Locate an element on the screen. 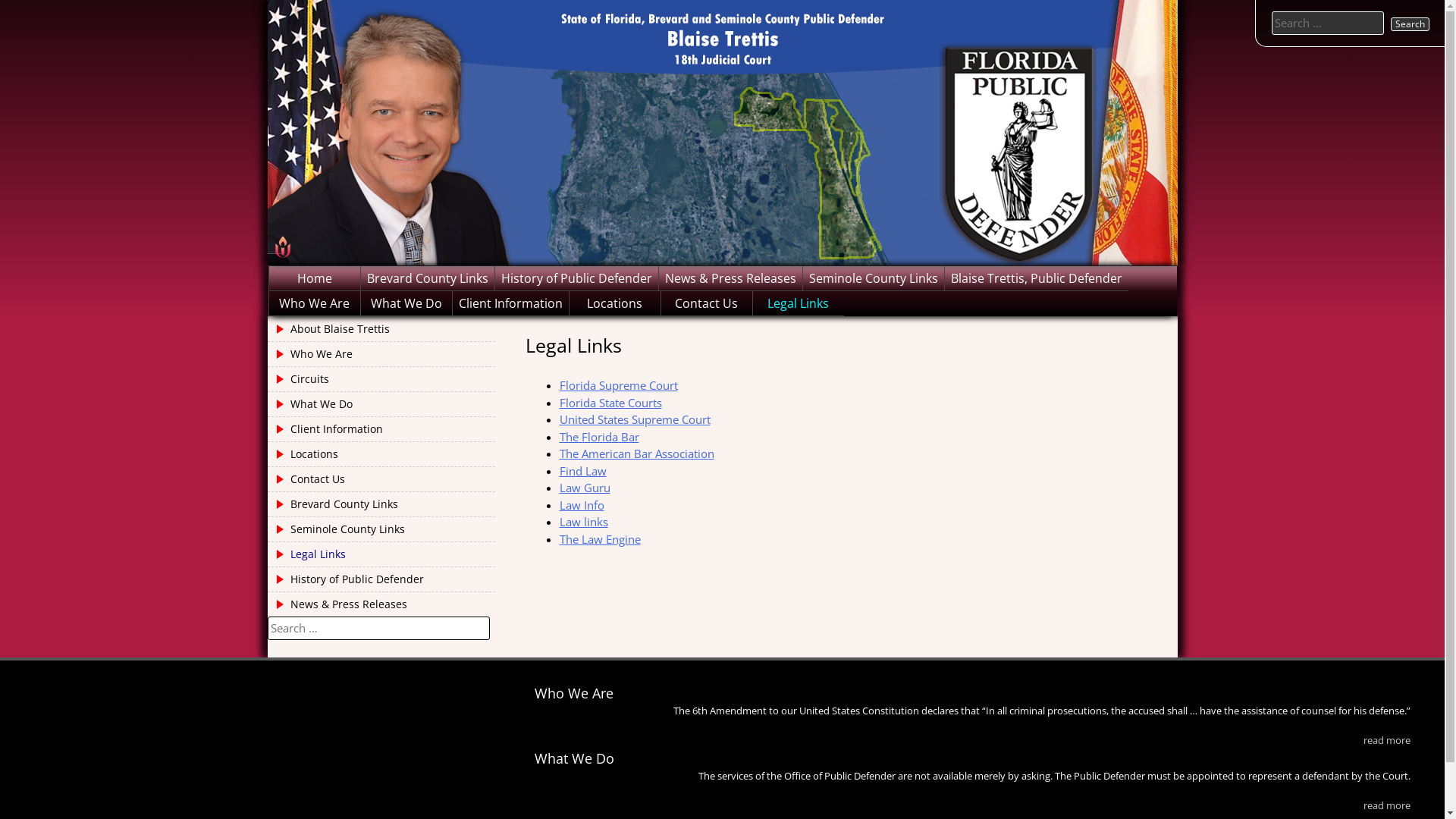 This screenshot has width=1456, height=819. 'News & Press Releases' is located at coordinates (730, 278).